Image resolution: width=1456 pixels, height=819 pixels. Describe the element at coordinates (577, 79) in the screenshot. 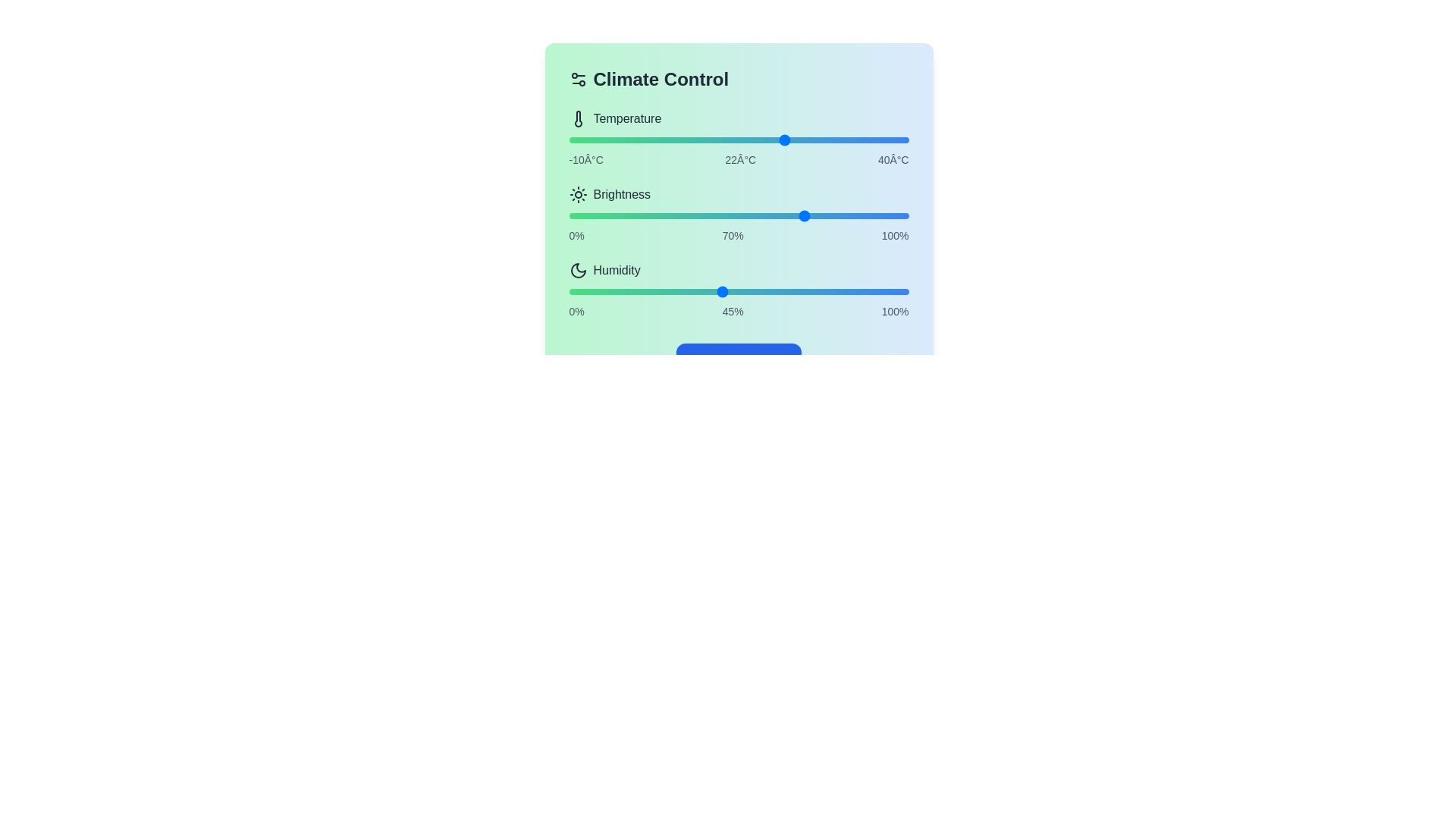

I see `the settings control panel icon, which is styled with circular shapes connected by lines, located to the left of the 'Climate Control' title in the header section` at that location.